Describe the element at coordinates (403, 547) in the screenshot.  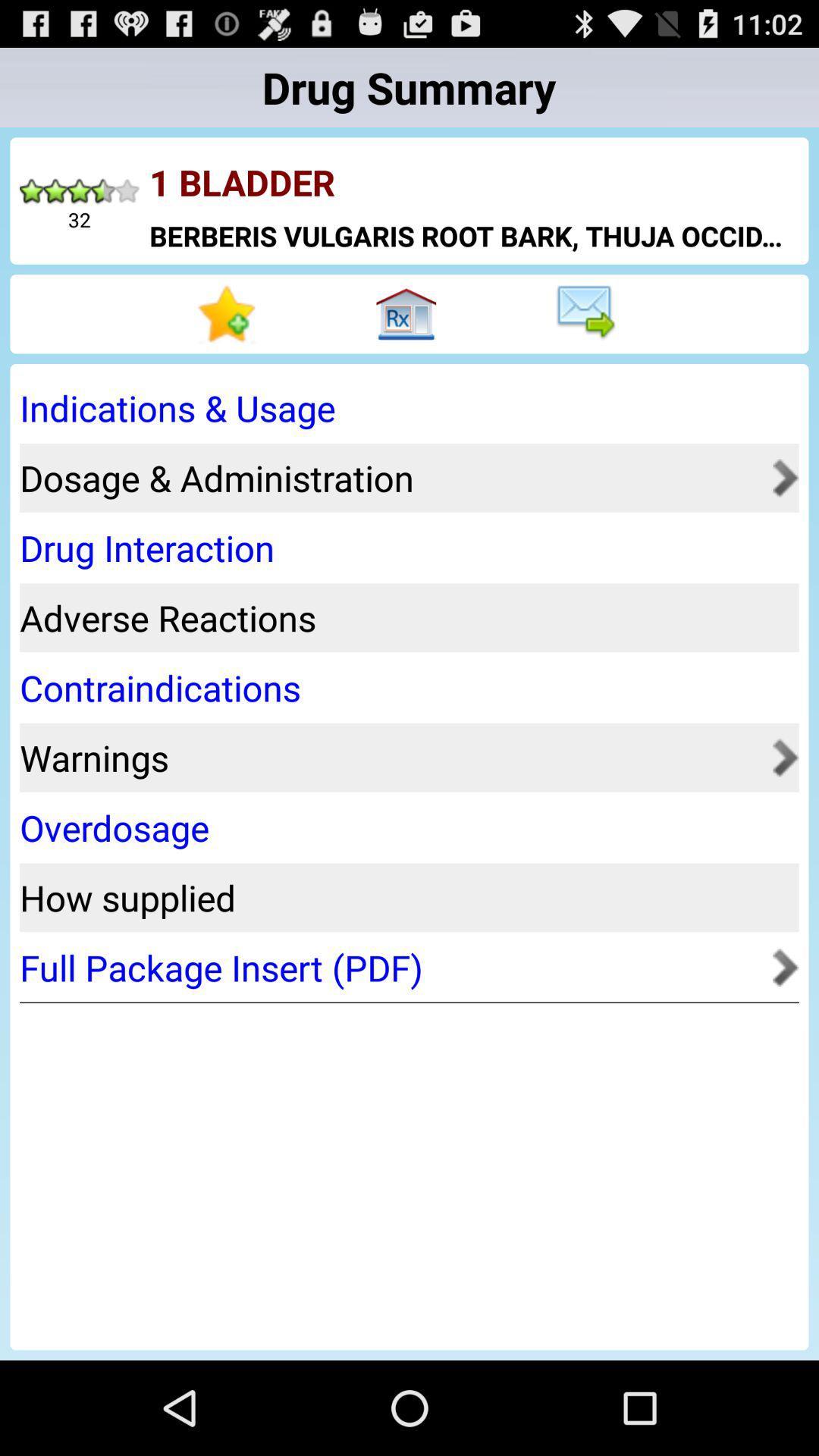
I see `drug interaction app` at that location.